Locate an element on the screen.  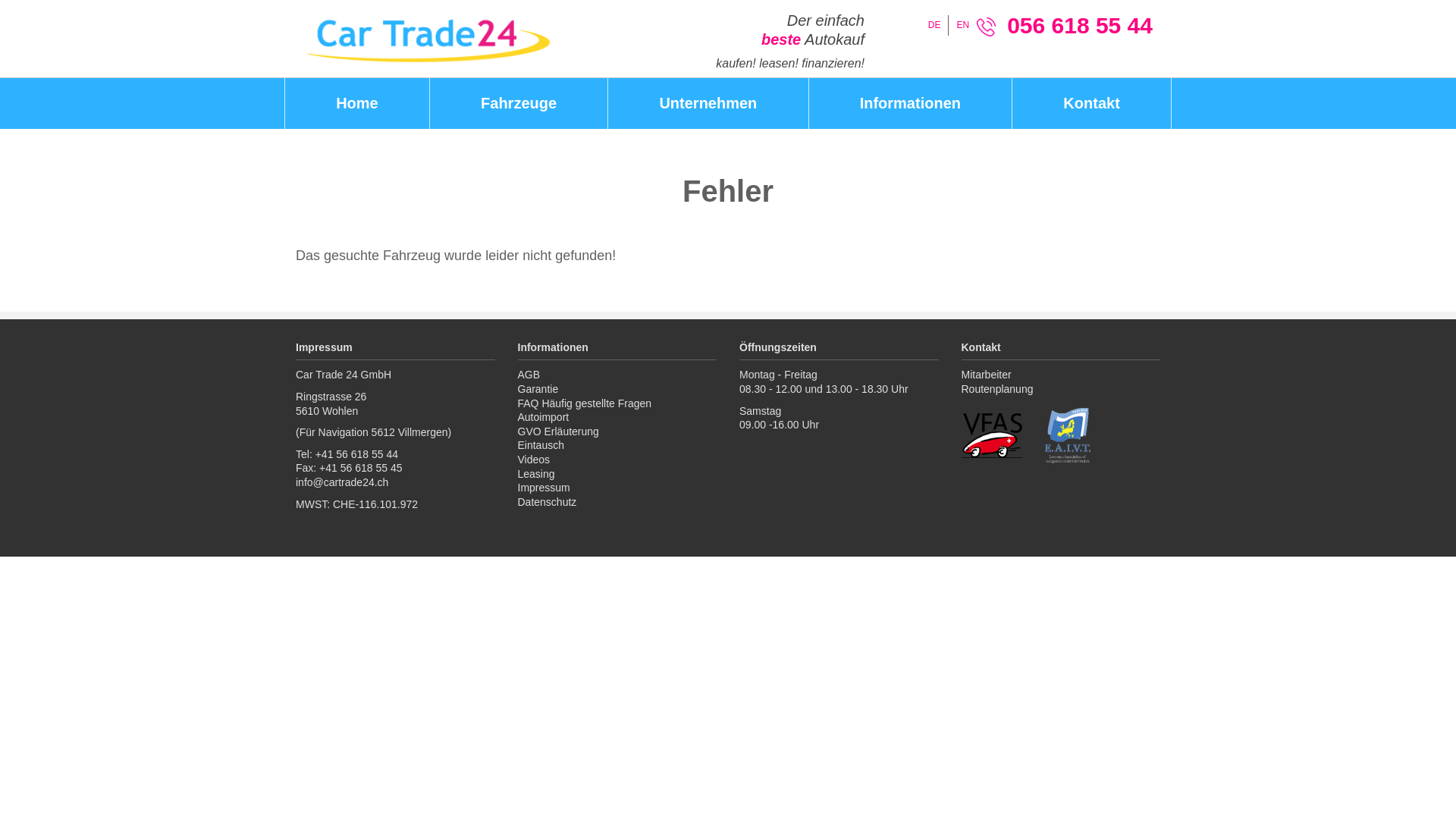
'Unternehmen' is located at coordinates (706, 102).